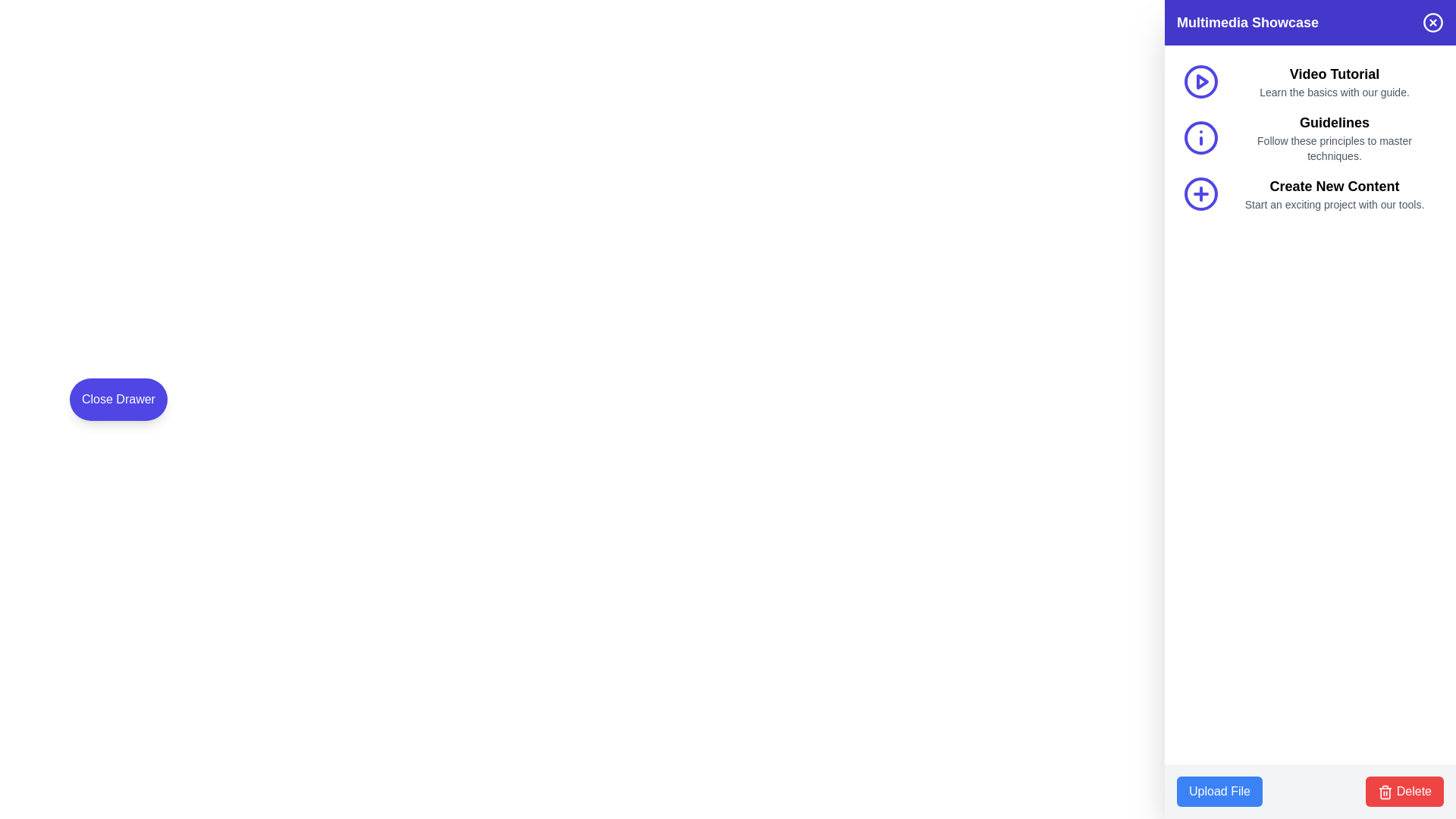  Describe the element at coordinates (1200, 82) in the screenshot. I see `the play button located at the top-left of the vertical layout, associated with the text 'Video Tutorial'` at that location.